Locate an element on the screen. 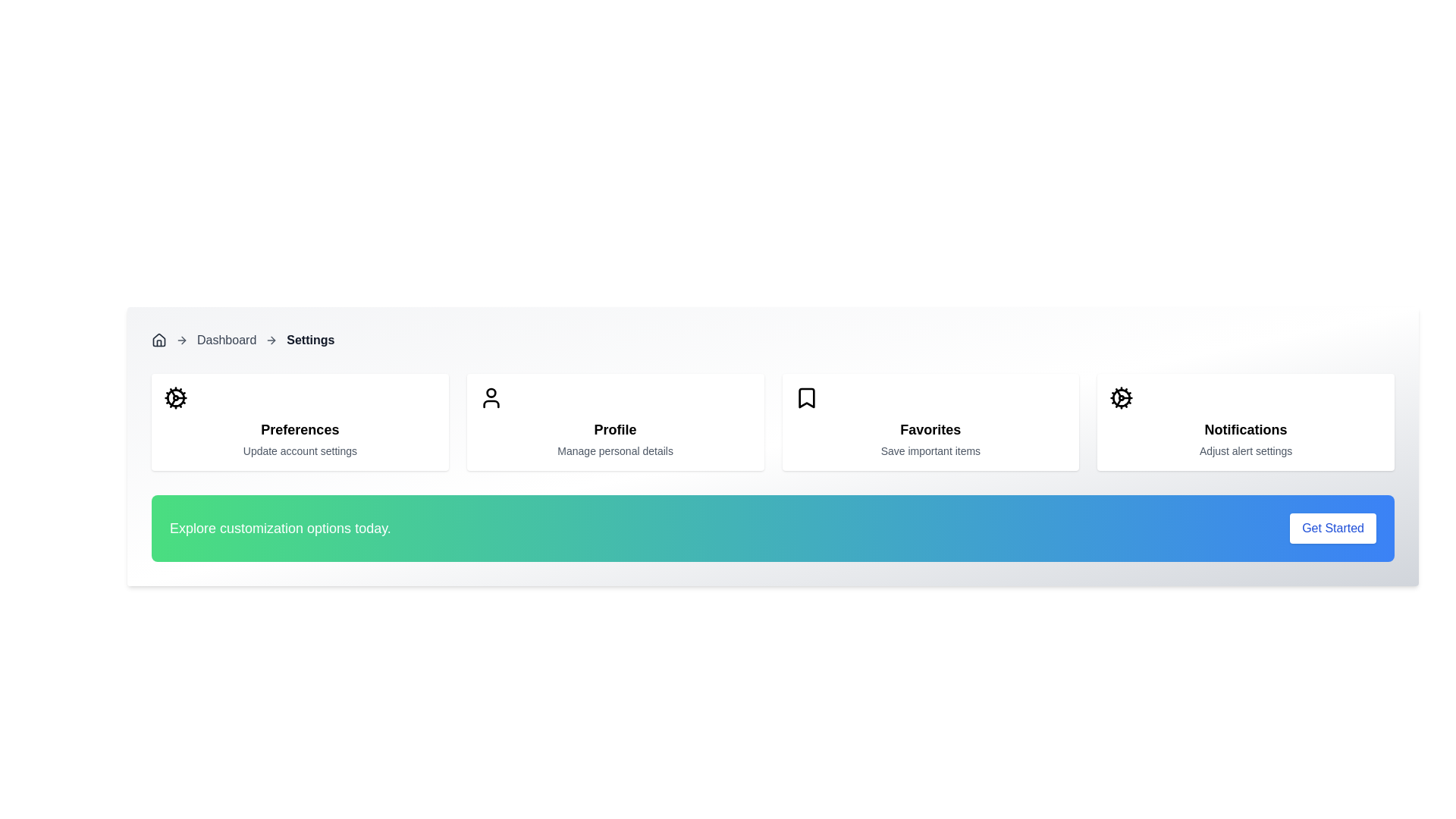 This screenshot has width=1456, height=819. the SVG icon with a bookmark shape located in the 'Favorites' section of the interface, which has a black stroke and no fill is located at coordinates (805, 397).